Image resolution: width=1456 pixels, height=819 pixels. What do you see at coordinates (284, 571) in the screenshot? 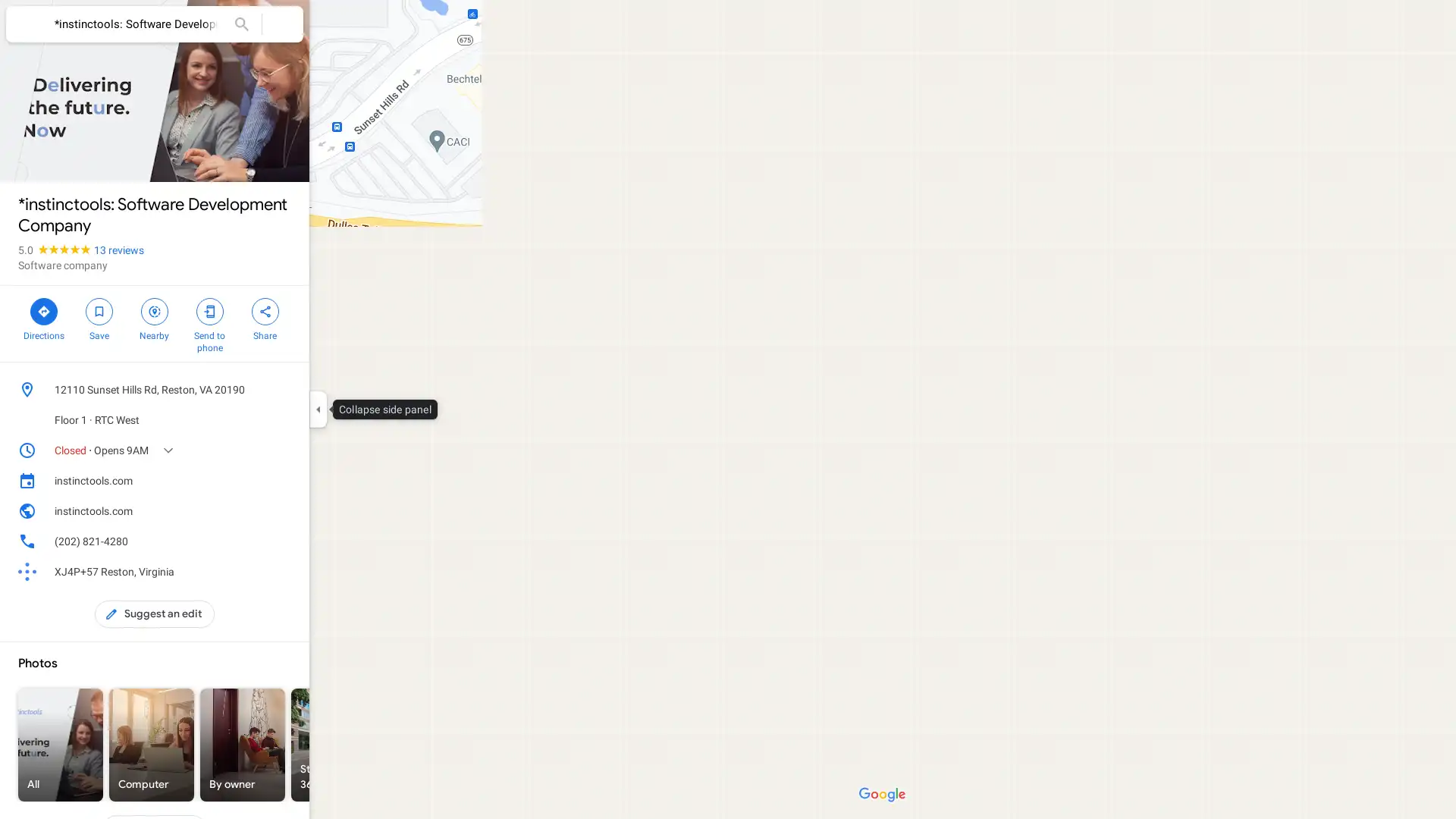
I see `Learn more about plus codes` at bounding box center [284, 571].